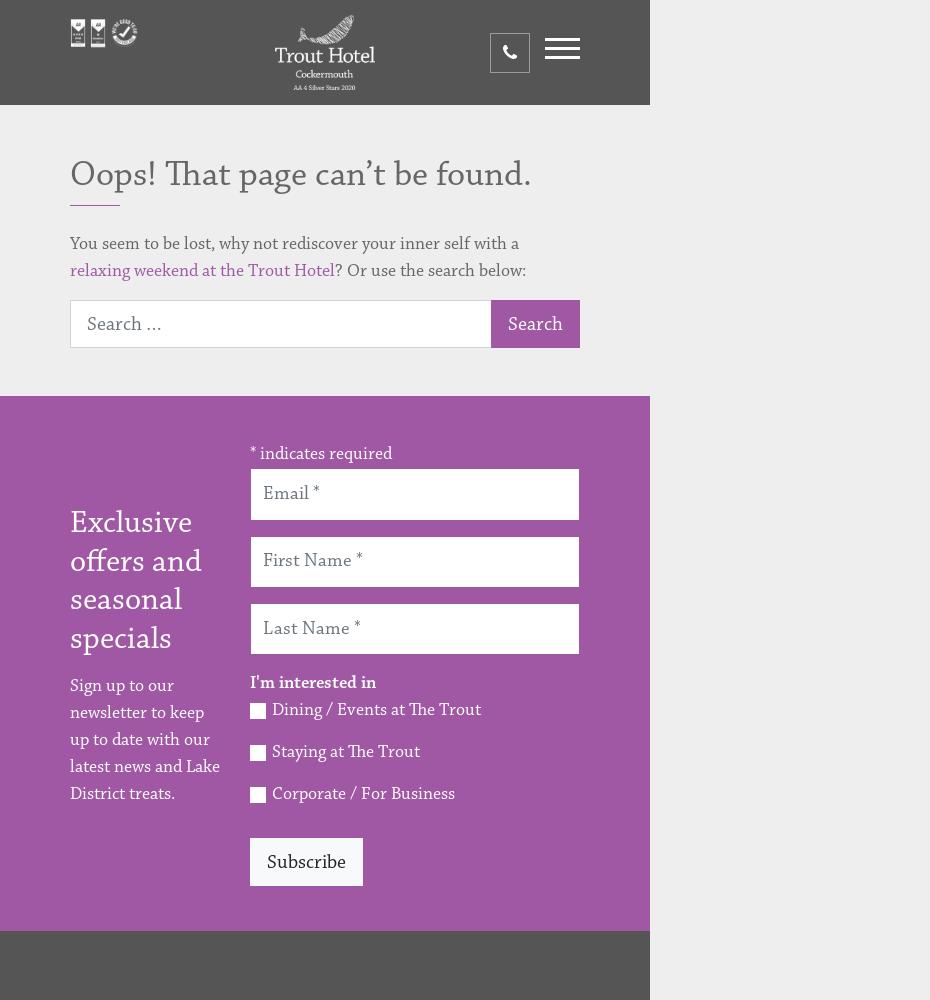  What do you see at coordinates (664, 530) in the screenshot?
I see `'Corporate'` at bounding box center [664, 530].